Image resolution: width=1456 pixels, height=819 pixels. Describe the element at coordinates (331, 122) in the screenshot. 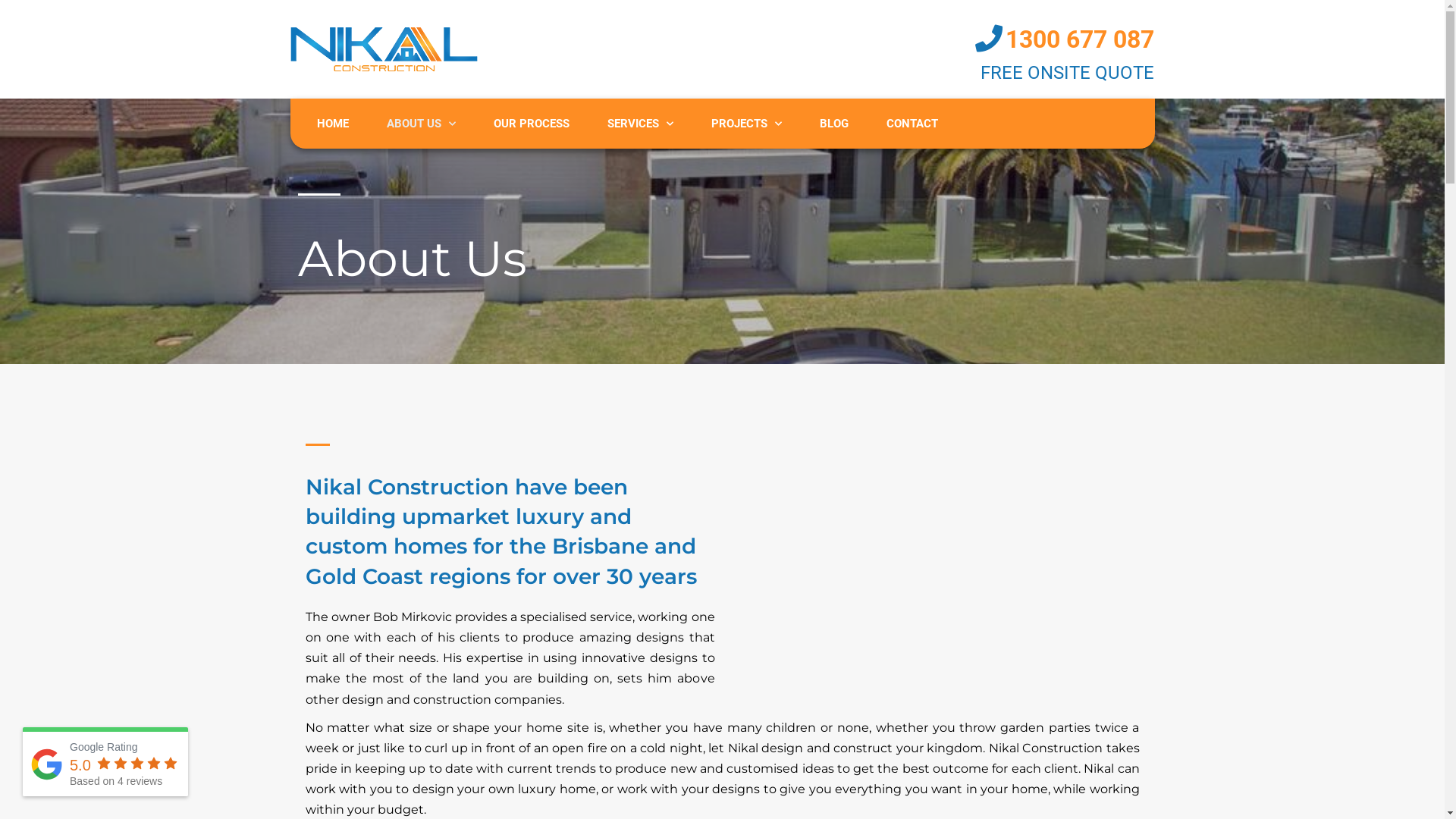

I see `'HOME'` at that location.